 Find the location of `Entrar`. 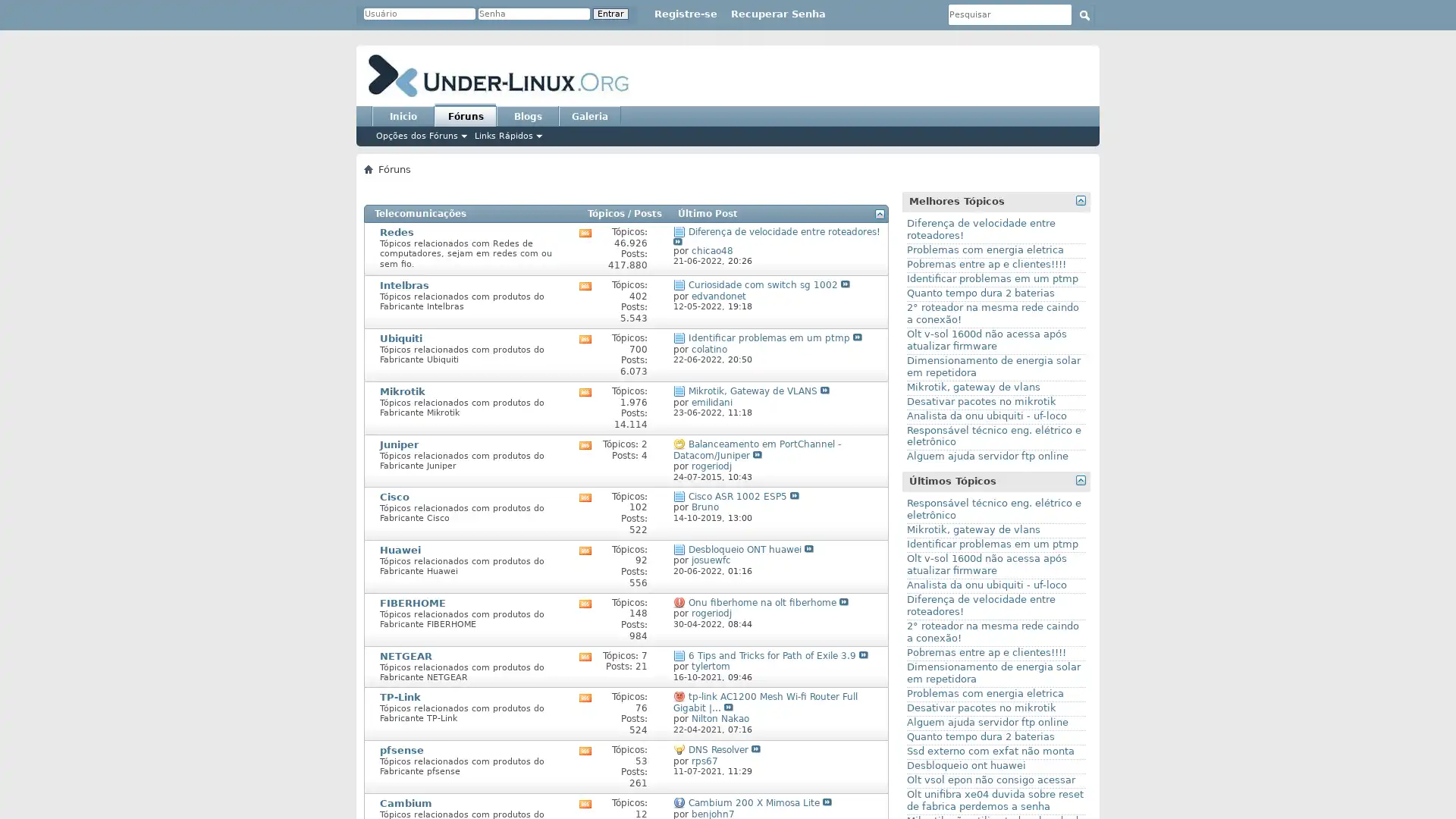

Entrar is located at coordinates (610, 14).